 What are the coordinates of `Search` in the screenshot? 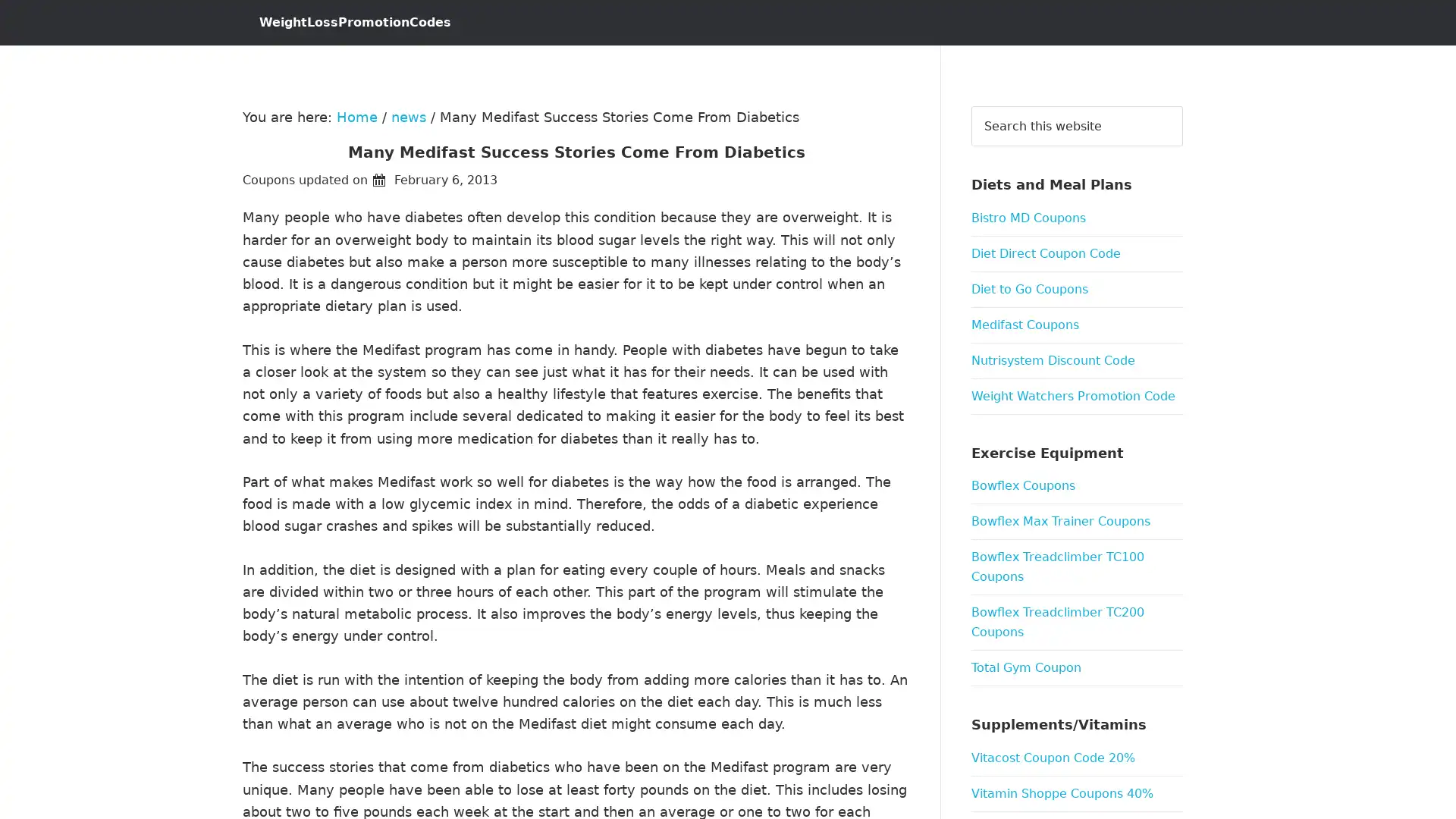 It's located at (1181, 105).